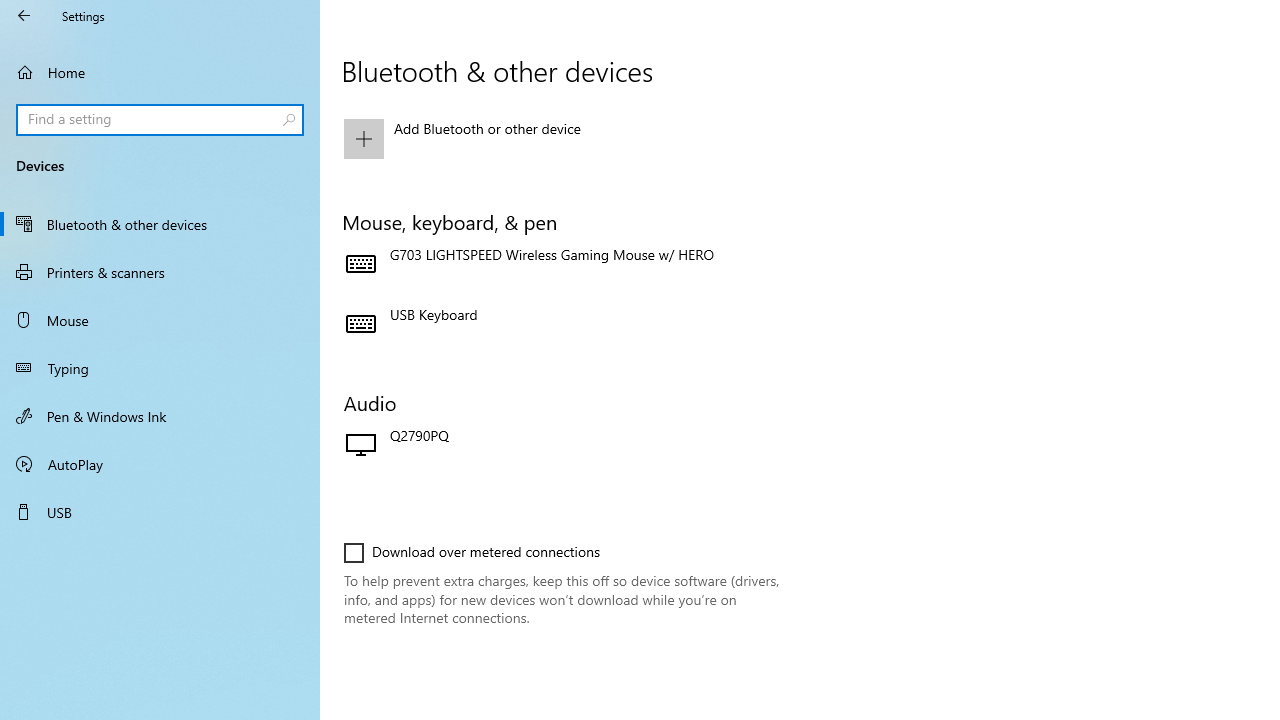 Image resolution: width=1280 pixels, height=720 pixels. What do you see at coordinates (160, 319) in the screenshot?
I see `'Mouse'` at bounding box center [160, 319].